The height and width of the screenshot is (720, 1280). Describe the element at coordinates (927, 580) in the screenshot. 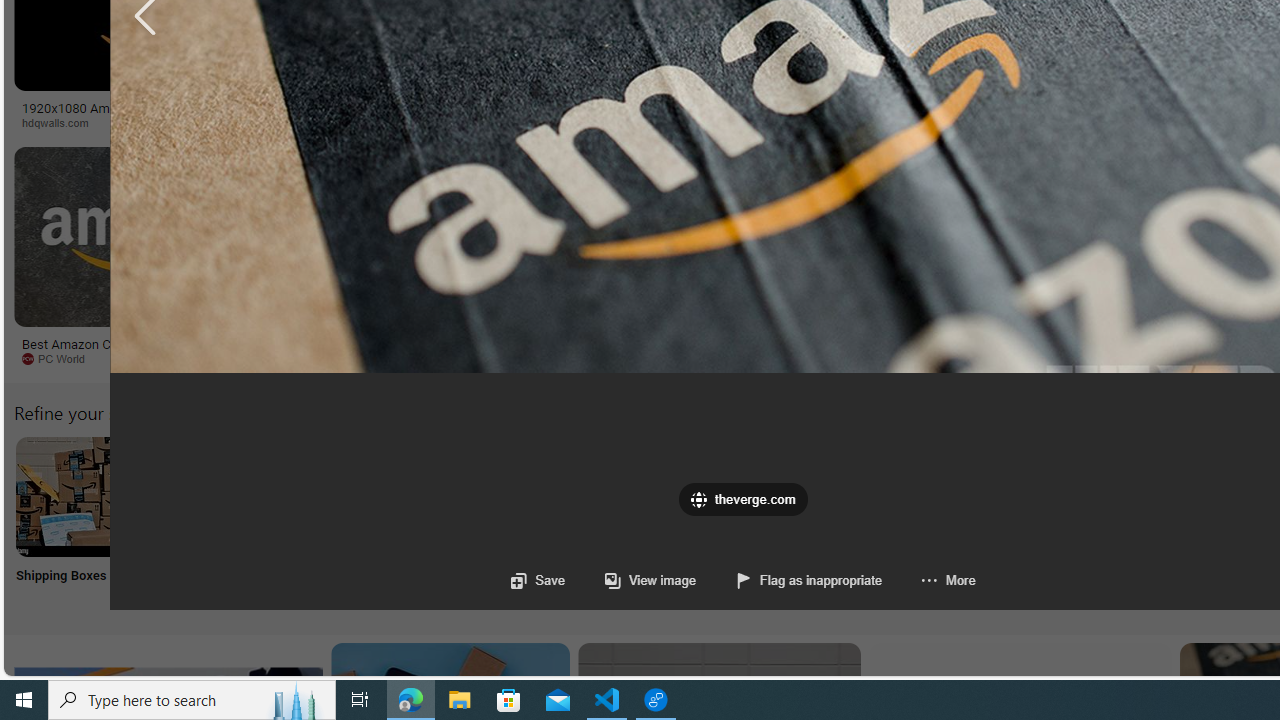

I see `'More'` at that location.